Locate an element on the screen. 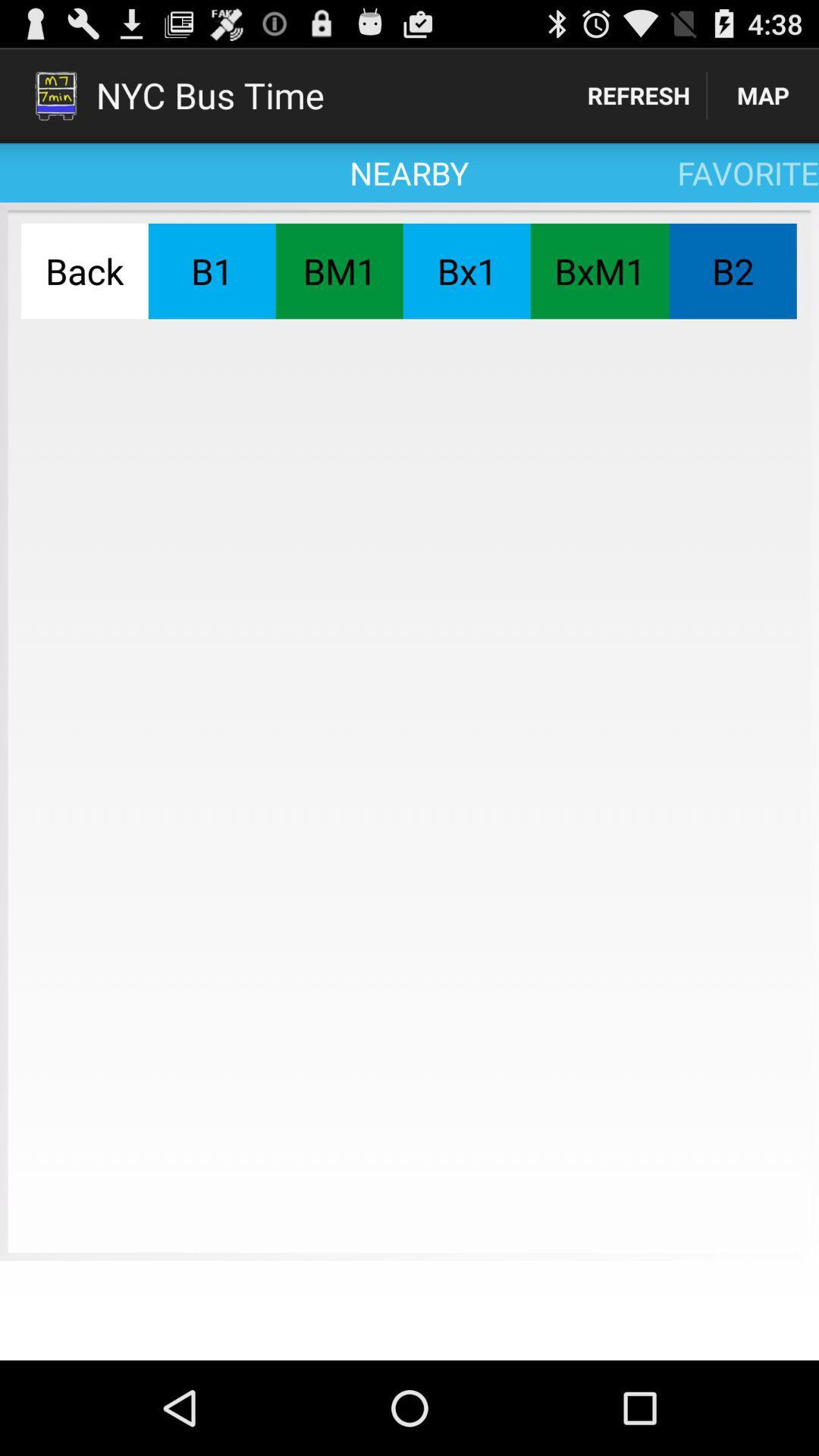  app to the right of the nearby icon is located at coordinates (639, 94).